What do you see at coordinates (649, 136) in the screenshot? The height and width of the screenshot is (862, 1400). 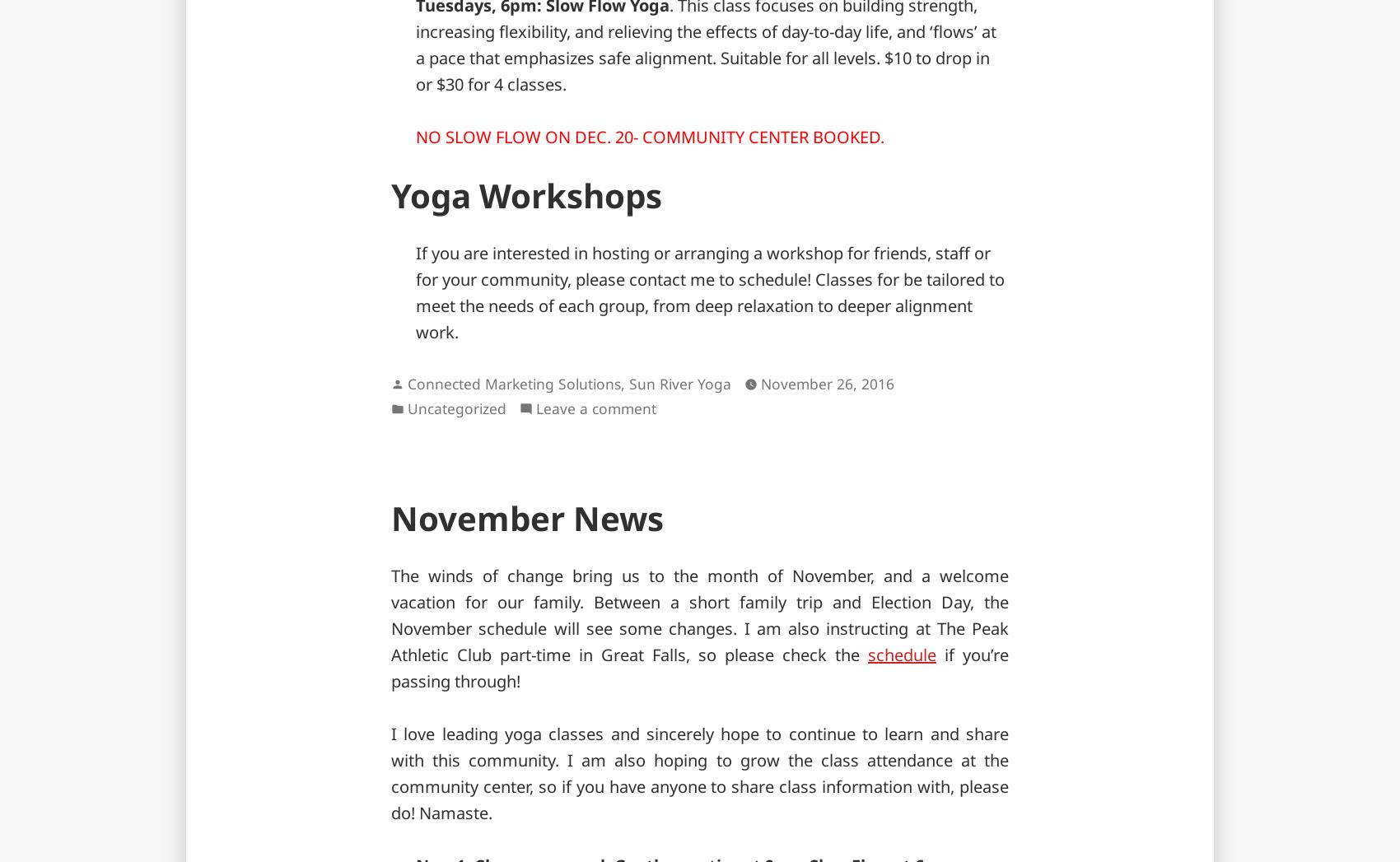 I see `'NO SLOW FLOW ON DEC. 20- COMMUNITY CENTER BOOKED.'` at bounding box center [649, 136].